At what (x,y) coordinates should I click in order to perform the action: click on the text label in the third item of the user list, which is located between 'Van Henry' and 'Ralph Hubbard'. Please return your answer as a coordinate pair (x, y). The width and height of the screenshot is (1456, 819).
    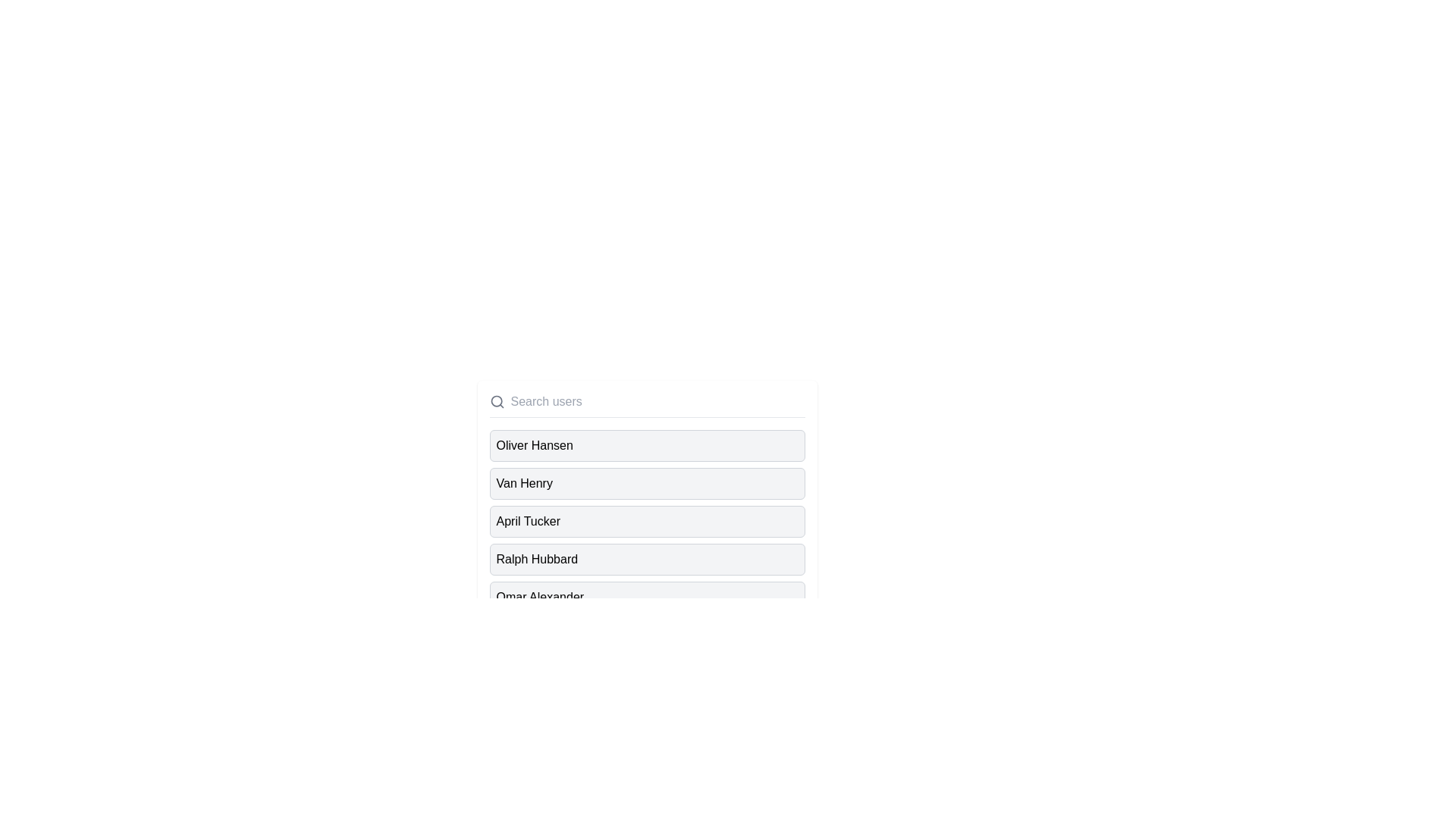
    Looking at the image, I should click on (528, 520).